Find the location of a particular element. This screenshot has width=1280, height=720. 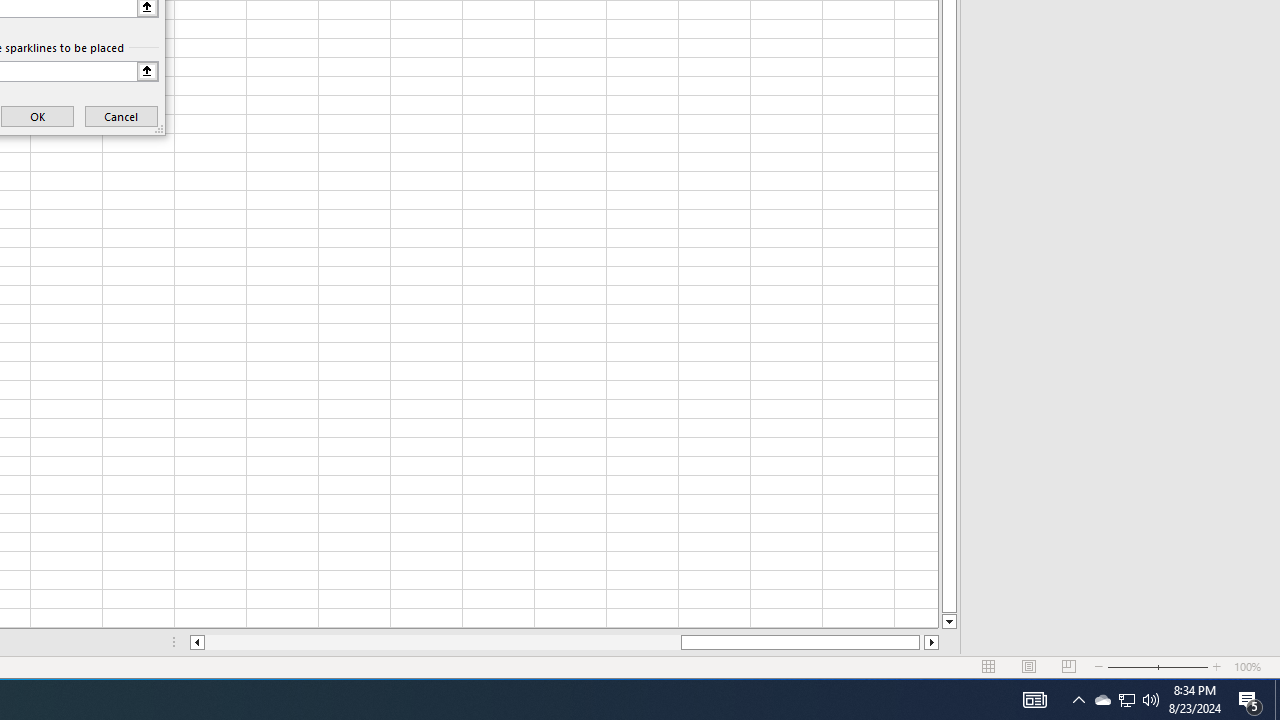

'Zoom' is located at coordinates (1158, 667).